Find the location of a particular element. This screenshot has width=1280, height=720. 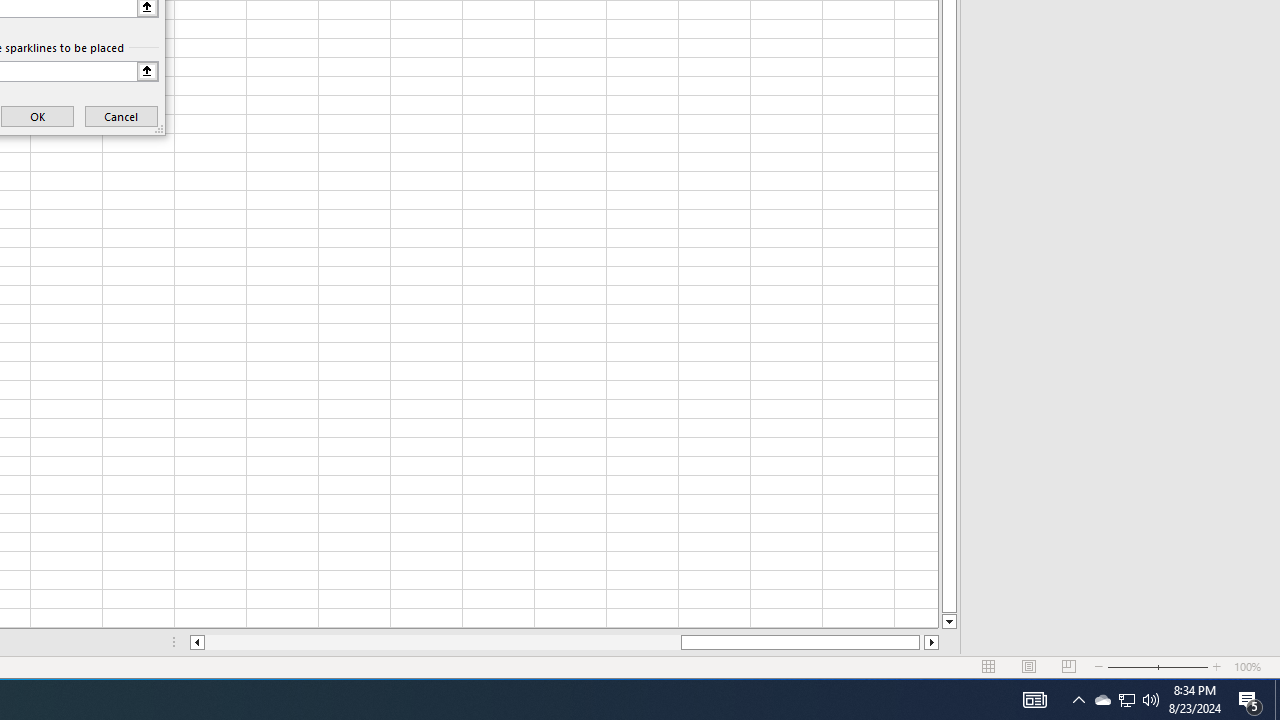

'Zoom' is located at coordinates (1158, 667).